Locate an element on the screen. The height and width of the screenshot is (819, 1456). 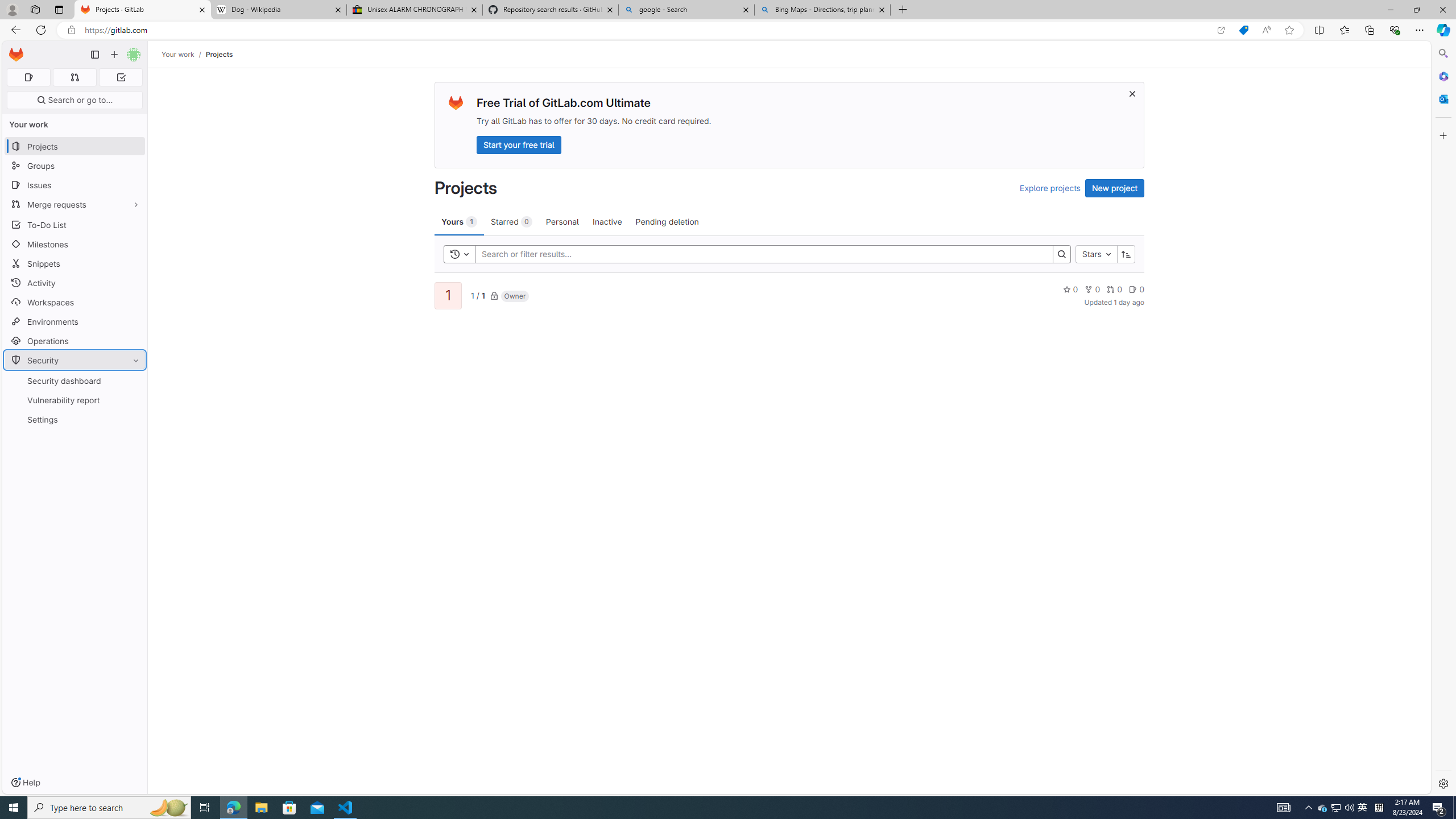
'Dismiss trial promotion' is located at coordinates (1131, 93).